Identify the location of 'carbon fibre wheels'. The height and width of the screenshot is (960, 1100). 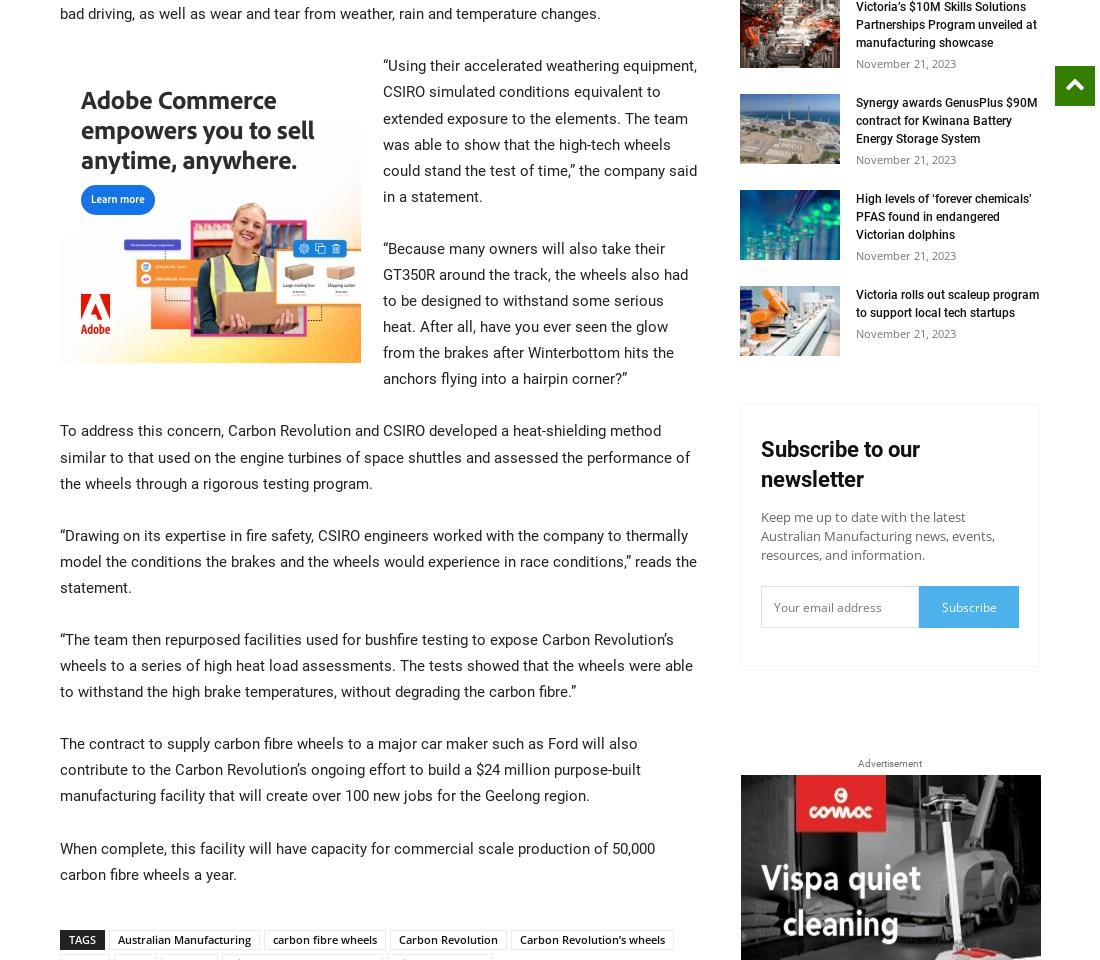
(273, 938).